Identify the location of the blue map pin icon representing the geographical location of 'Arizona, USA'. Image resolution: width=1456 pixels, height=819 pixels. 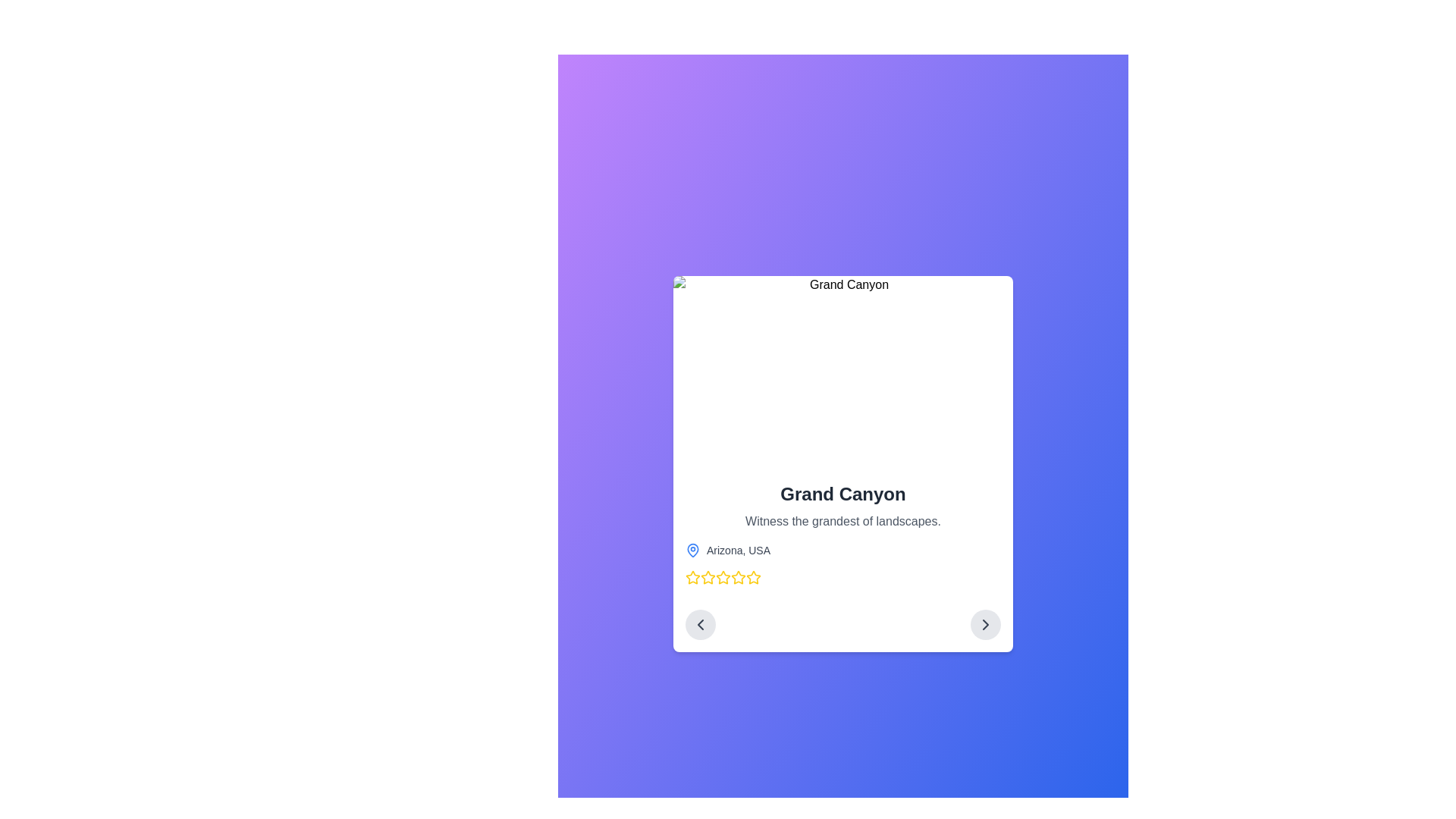
(692, 550).